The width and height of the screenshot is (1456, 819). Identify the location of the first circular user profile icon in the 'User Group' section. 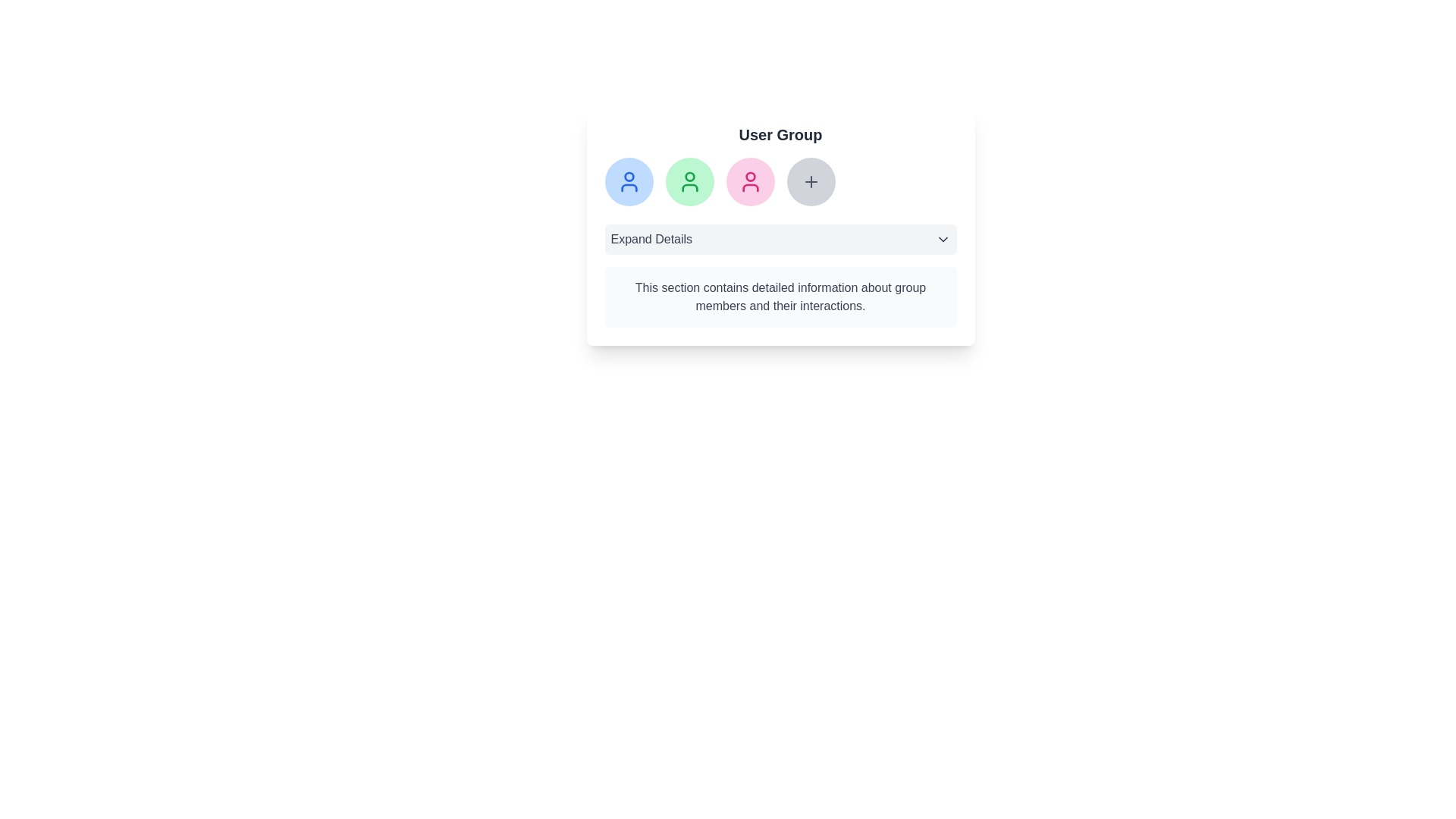
(629, 180).